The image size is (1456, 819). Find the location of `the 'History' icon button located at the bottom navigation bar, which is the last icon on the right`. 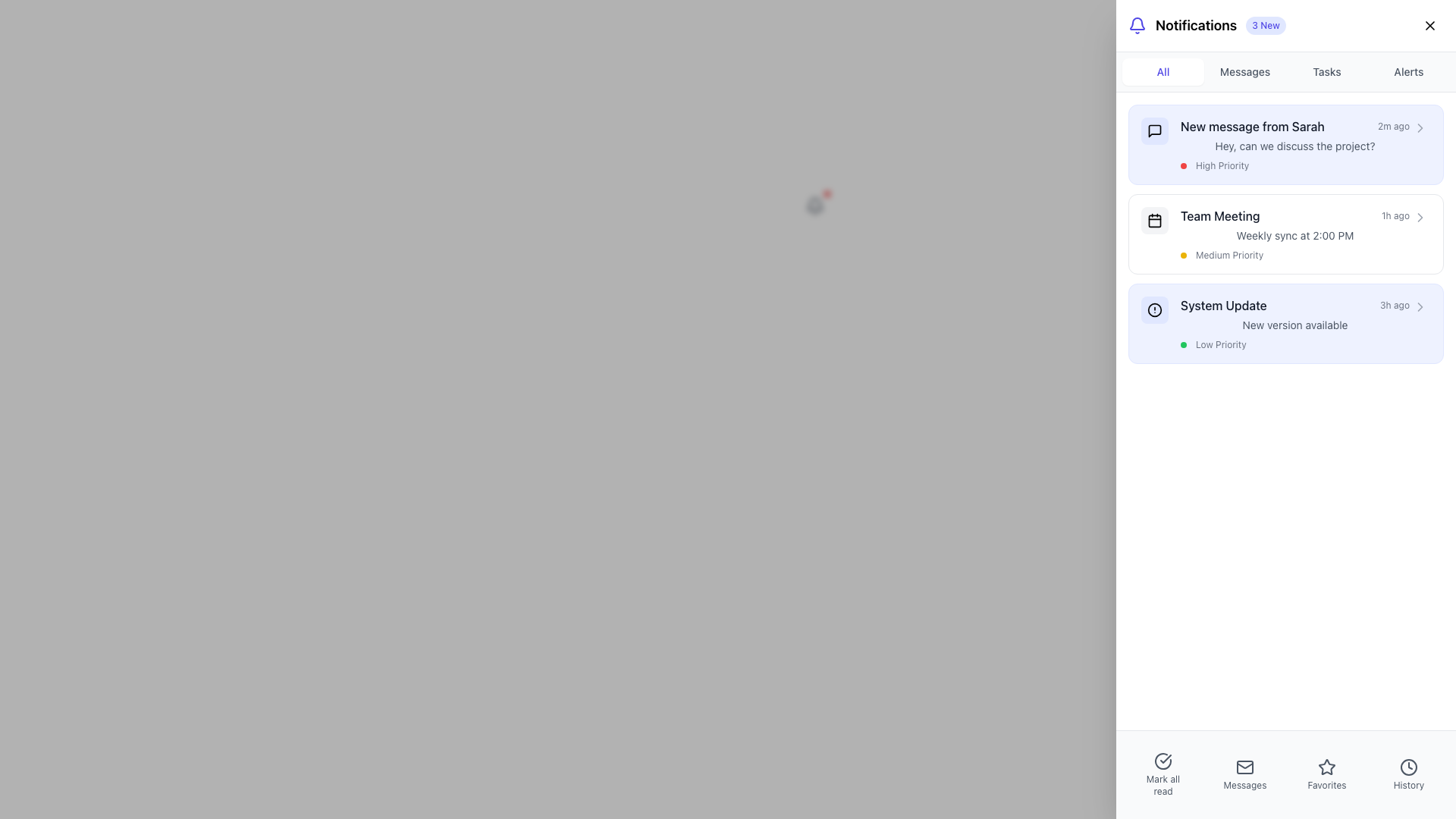

the 'History' icon button located at the bottom navigation bar, which is the last icon on the right is located at coordinates (1407, 767).